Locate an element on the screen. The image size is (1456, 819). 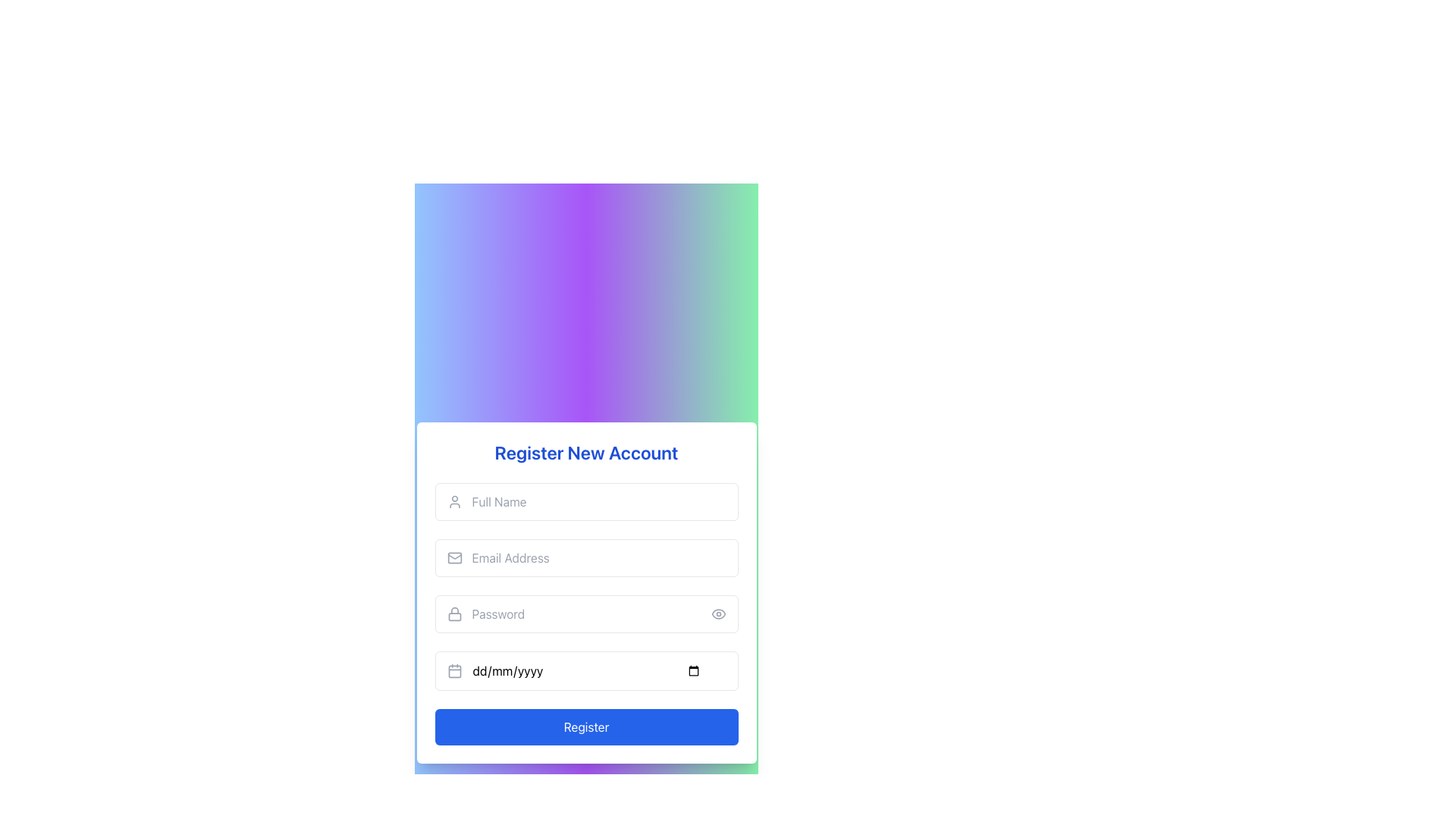
the first input field in the 'Register New Account' form to focus on it for entering the user's full name is located at coordinates (585, 502).